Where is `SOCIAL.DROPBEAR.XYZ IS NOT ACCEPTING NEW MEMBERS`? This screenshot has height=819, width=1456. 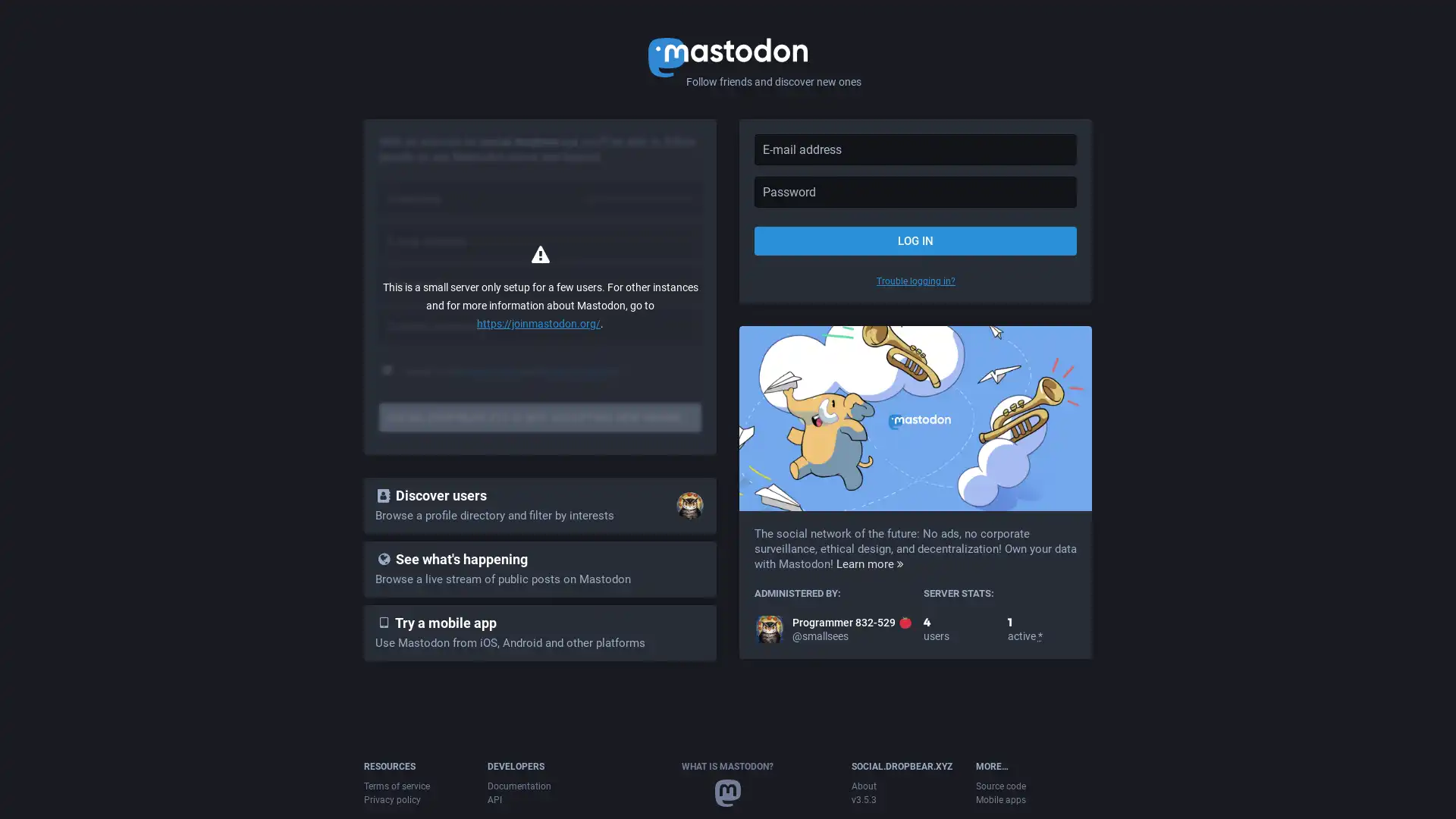
SOCIAL.DROPBEAR.XYZ IS NOT ACCEPTING NEW MEMBERS is located at coordinates (540, 418).